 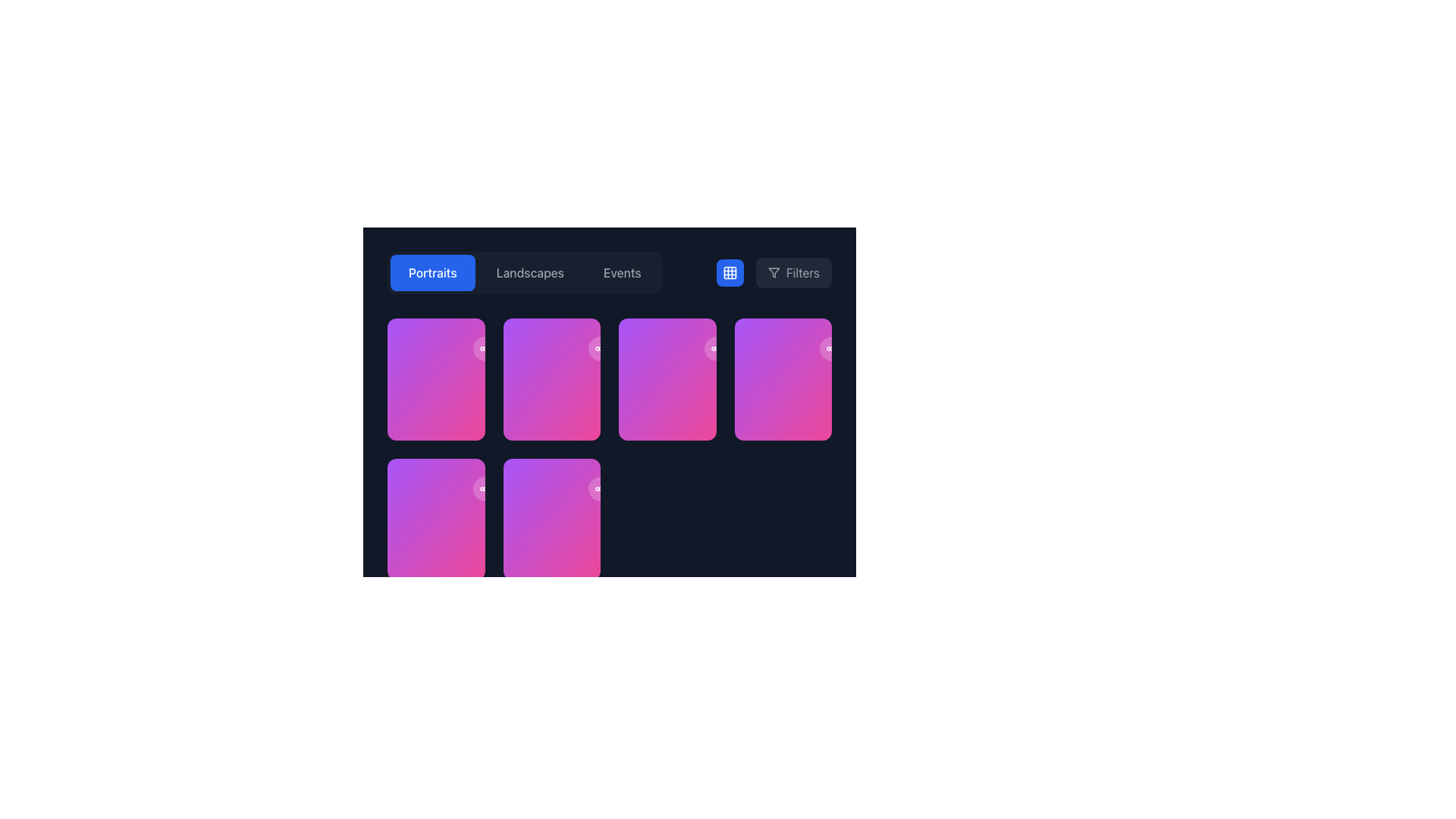 I want to click on the VisualGridCard, which is the last tile in the second row of a grid layout, featuring a gradient background from purple to pink and rounded corners, so click(x=551, y=518).